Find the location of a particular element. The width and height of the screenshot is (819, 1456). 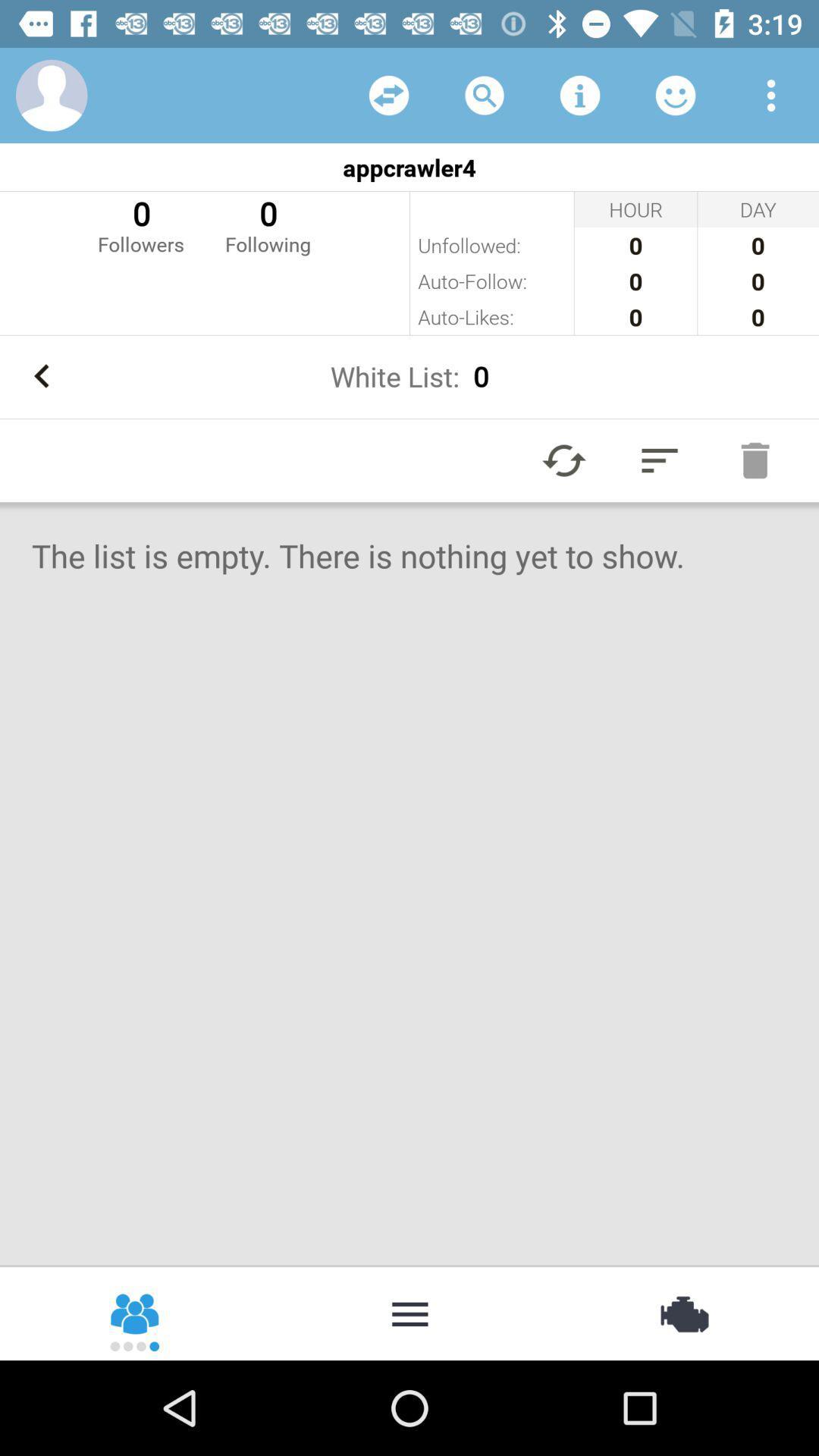

the item above the the list is is located at coordinates (659, 460).